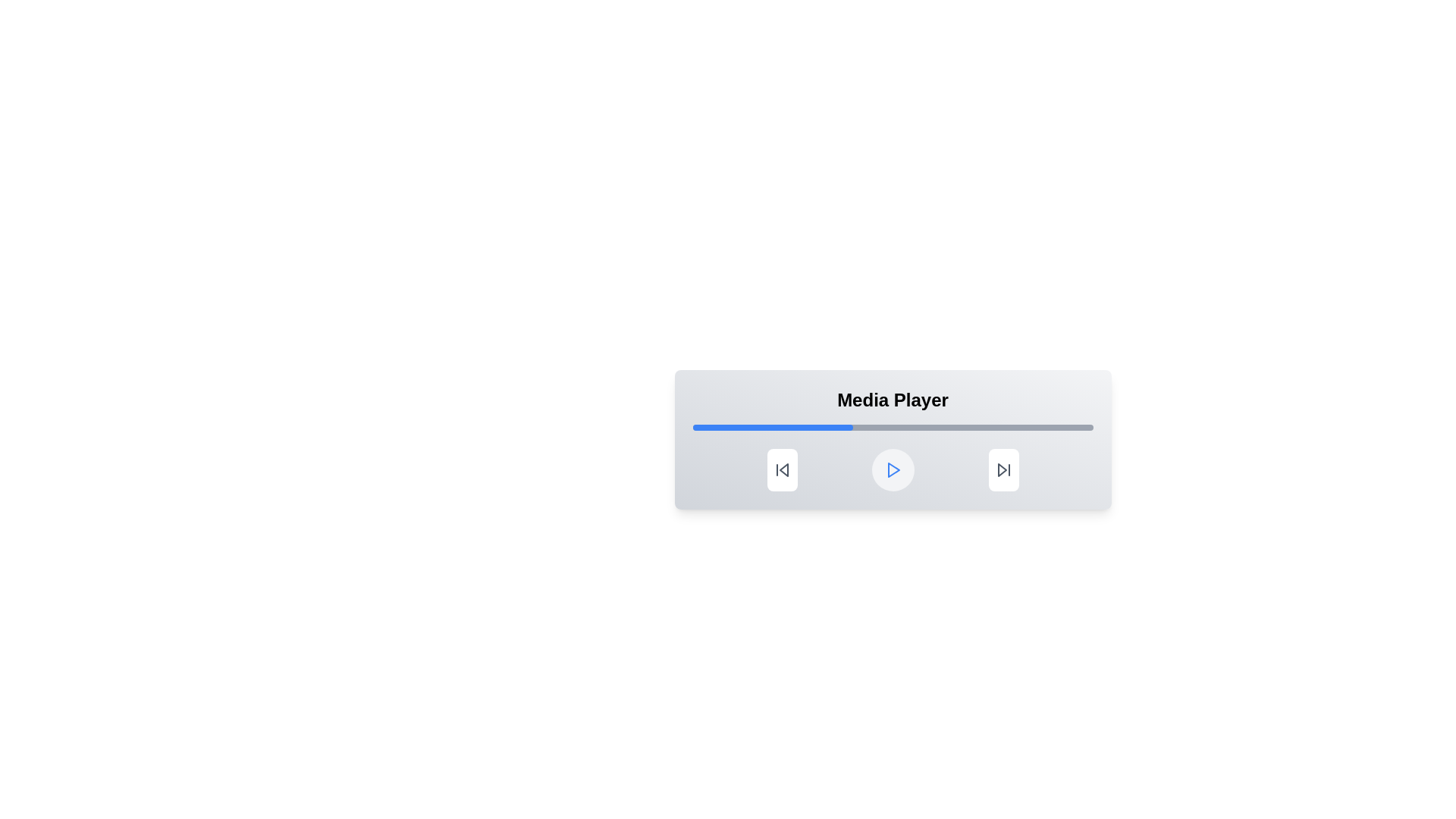  Describe the element at coordinates (782, 469) in the screenshot. I see `the skip-backward SVG icon located in the bottom-left corner of the media player control section` at that location.